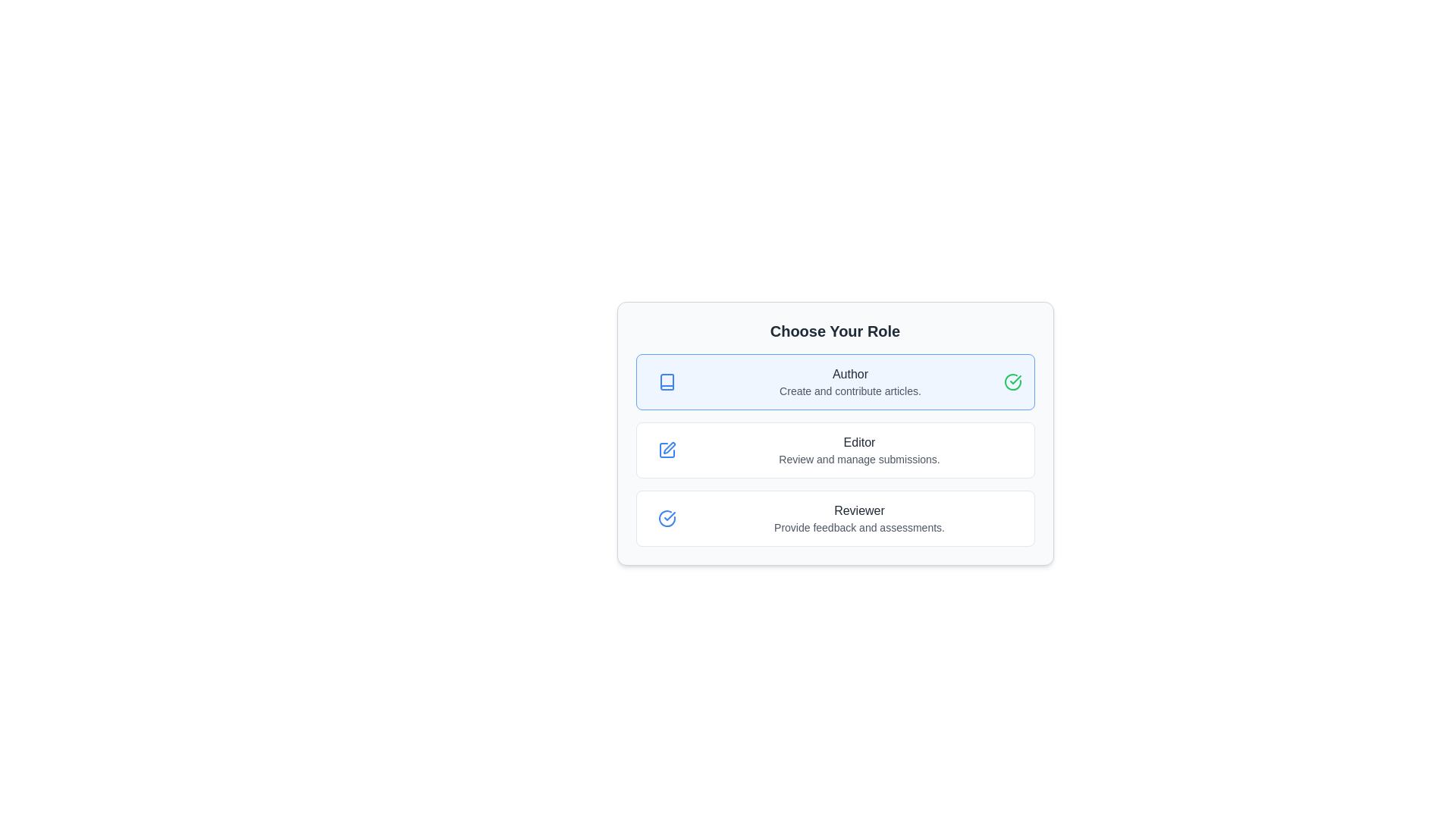 This screenshot has height=819, width=1456. Describe the element at coordinates (667, 517) in the screenshot. I see `the circular blue check mark icon indicating completed status, located within the 'Reviewer' row in the 'Choose Your Role' menu` at that location.